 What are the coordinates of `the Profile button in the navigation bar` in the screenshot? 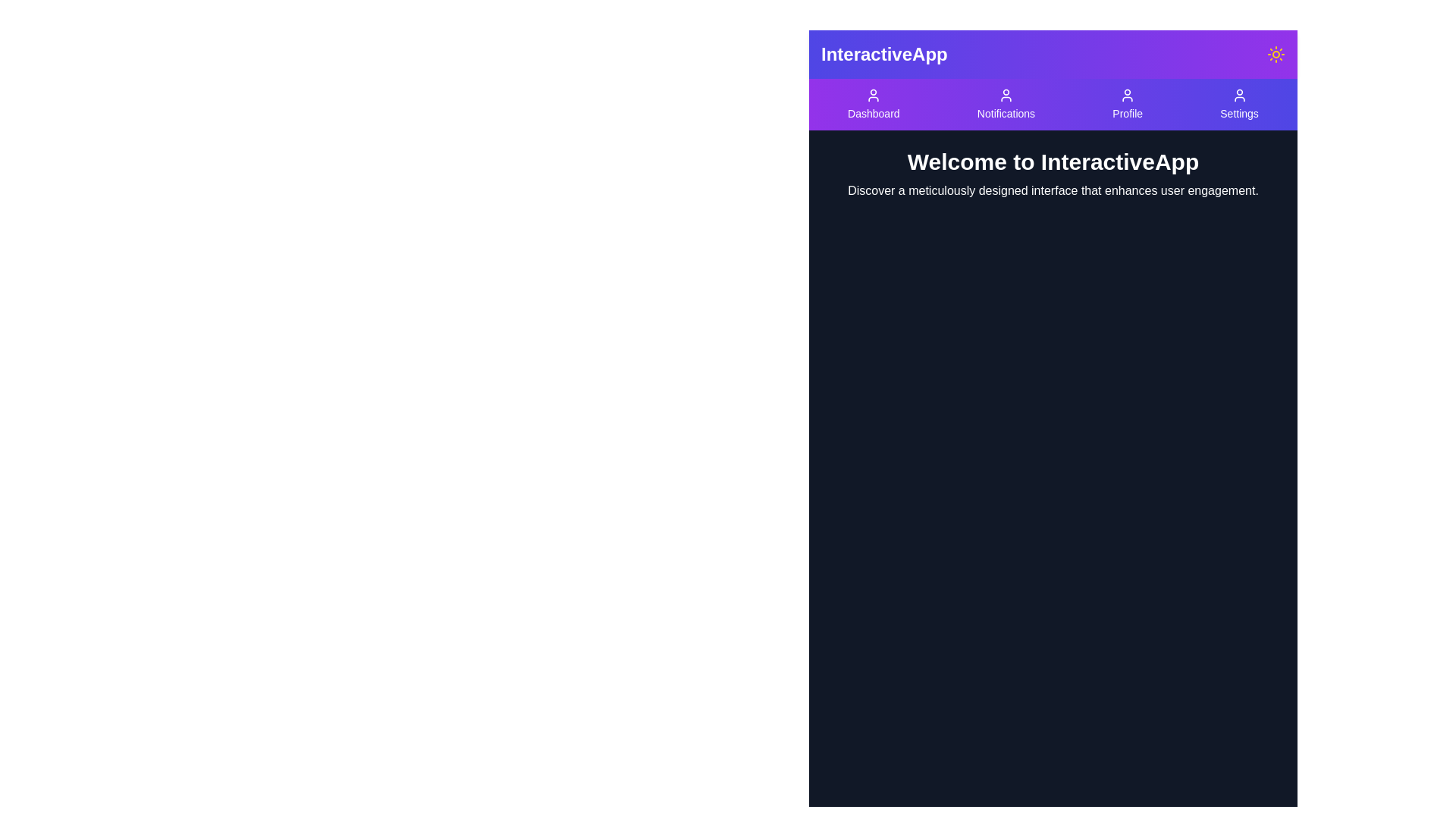 It's located at (1128, 104).